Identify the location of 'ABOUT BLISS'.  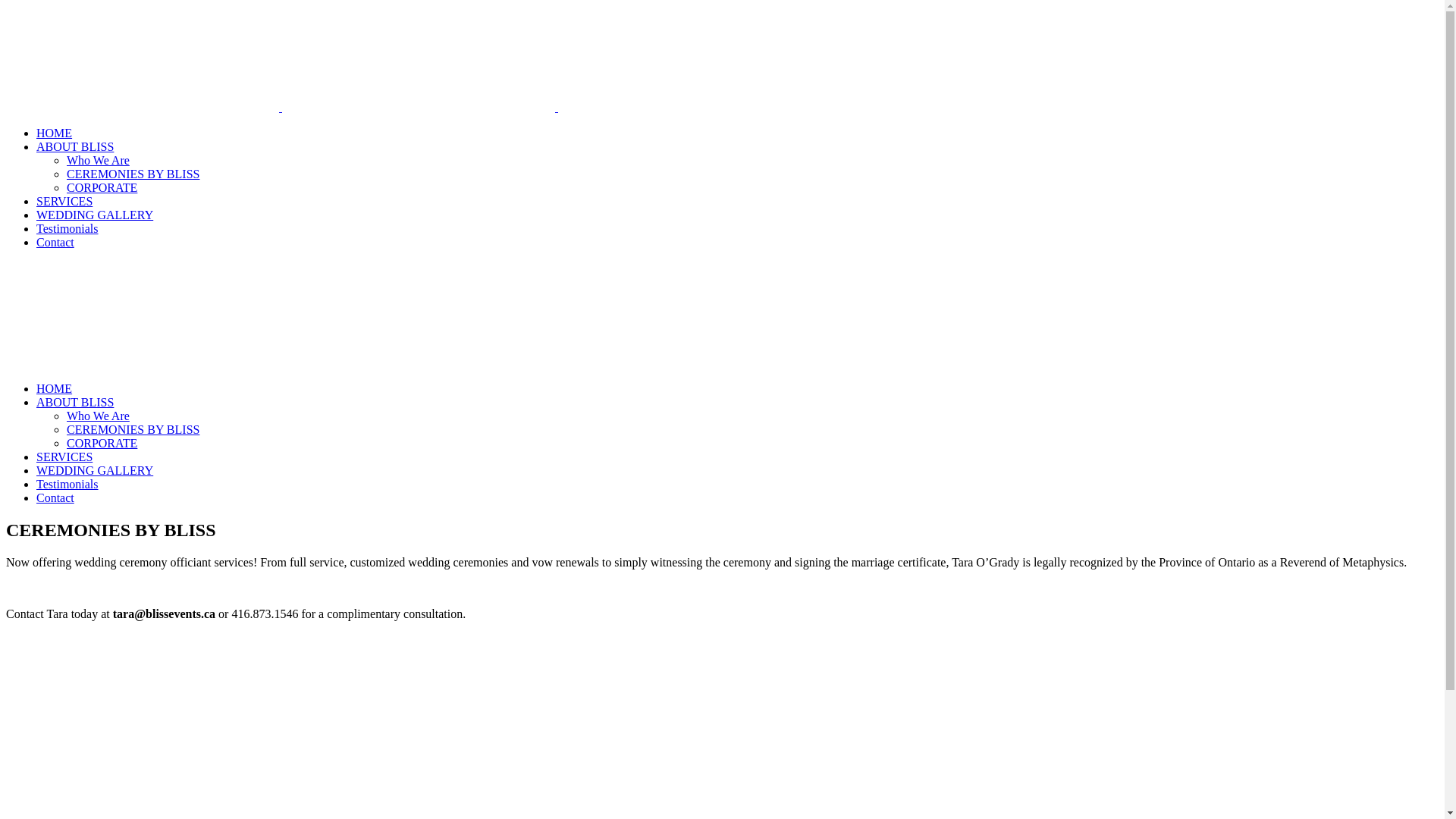
(36, 401).